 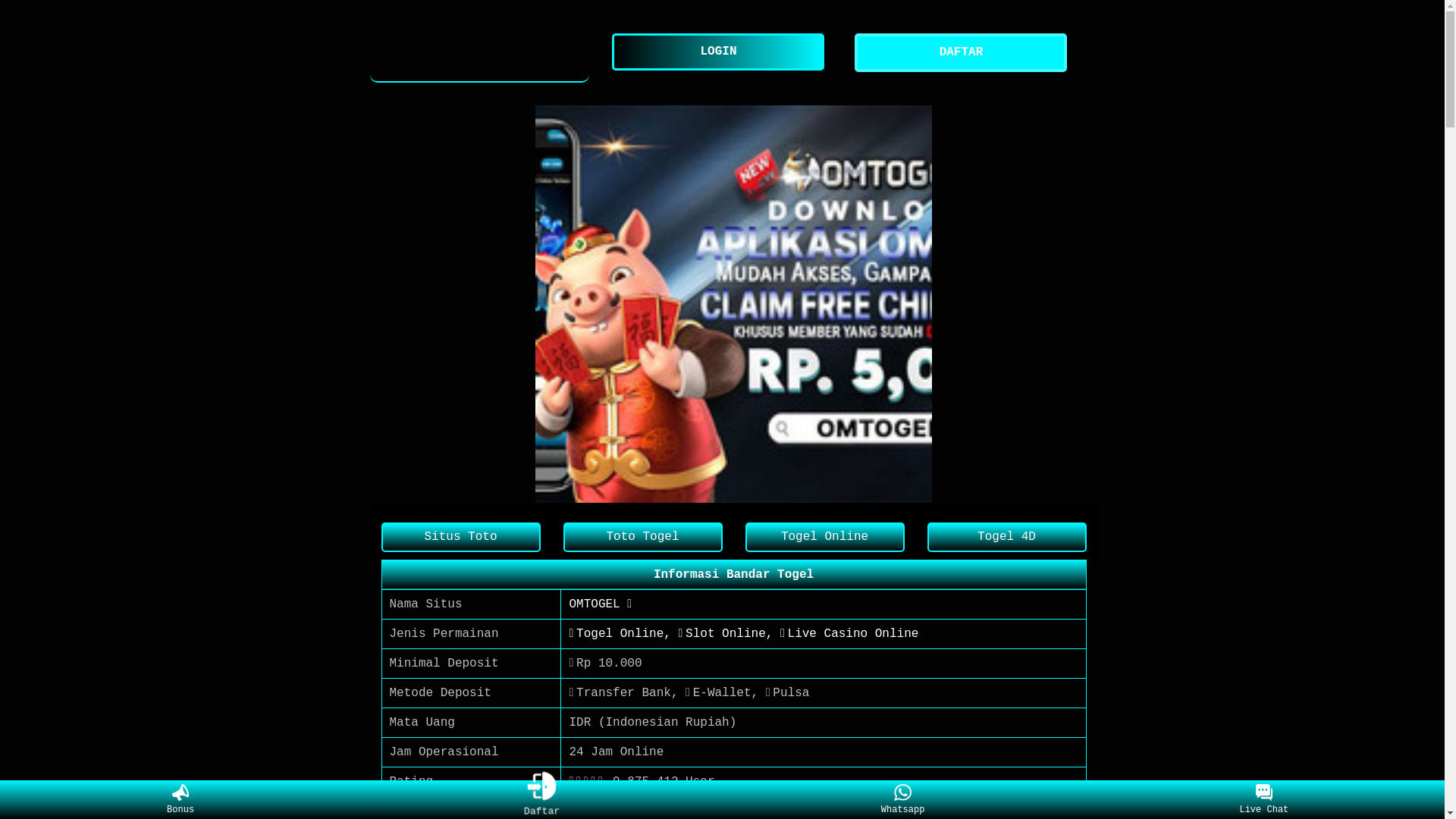 I want to click on 'Togel 4D', so click(x=1006, y=536).